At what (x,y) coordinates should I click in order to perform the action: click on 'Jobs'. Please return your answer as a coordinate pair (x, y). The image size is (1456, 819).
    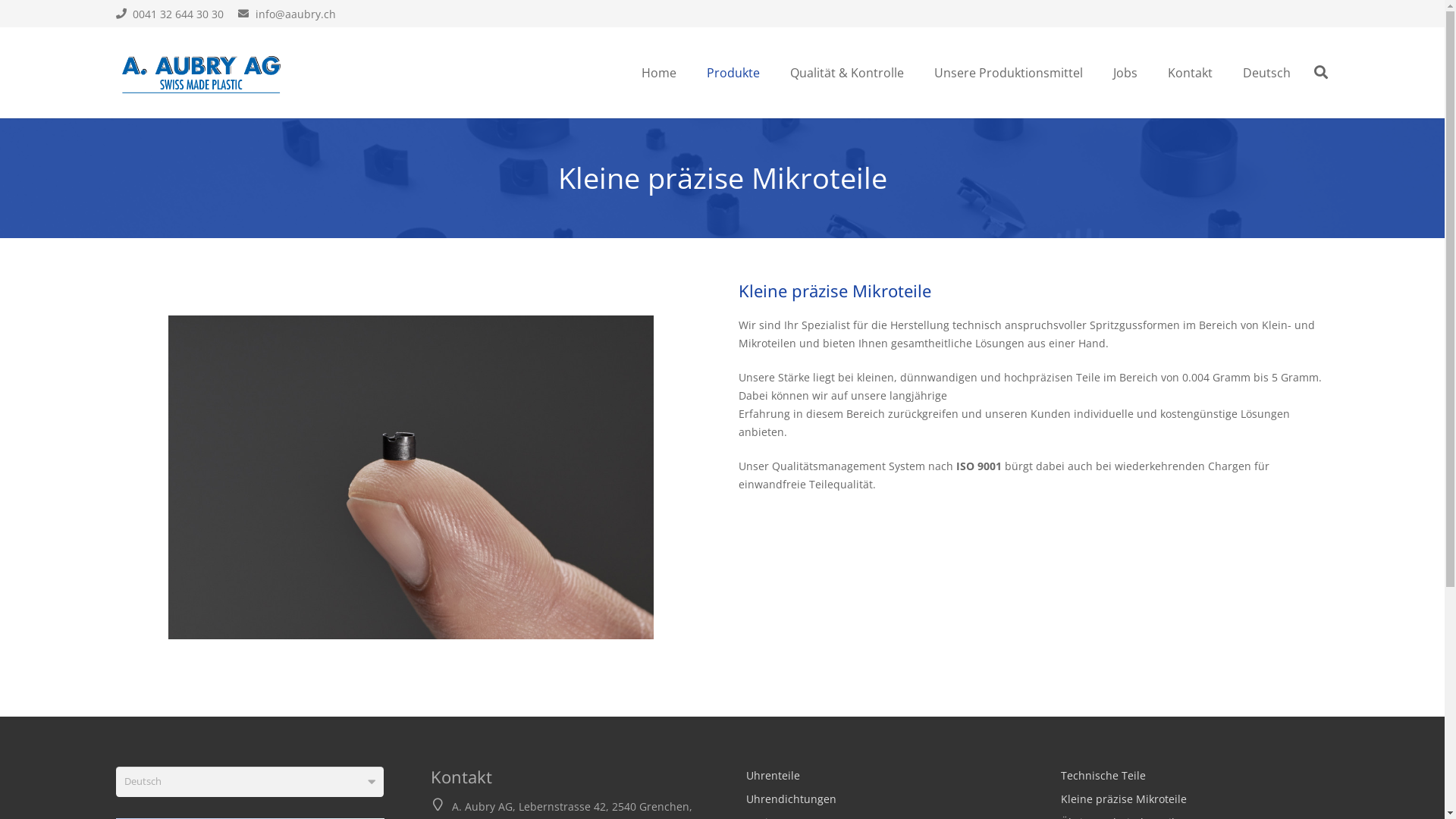
    Looking at the image, I should click on (1098, 73).